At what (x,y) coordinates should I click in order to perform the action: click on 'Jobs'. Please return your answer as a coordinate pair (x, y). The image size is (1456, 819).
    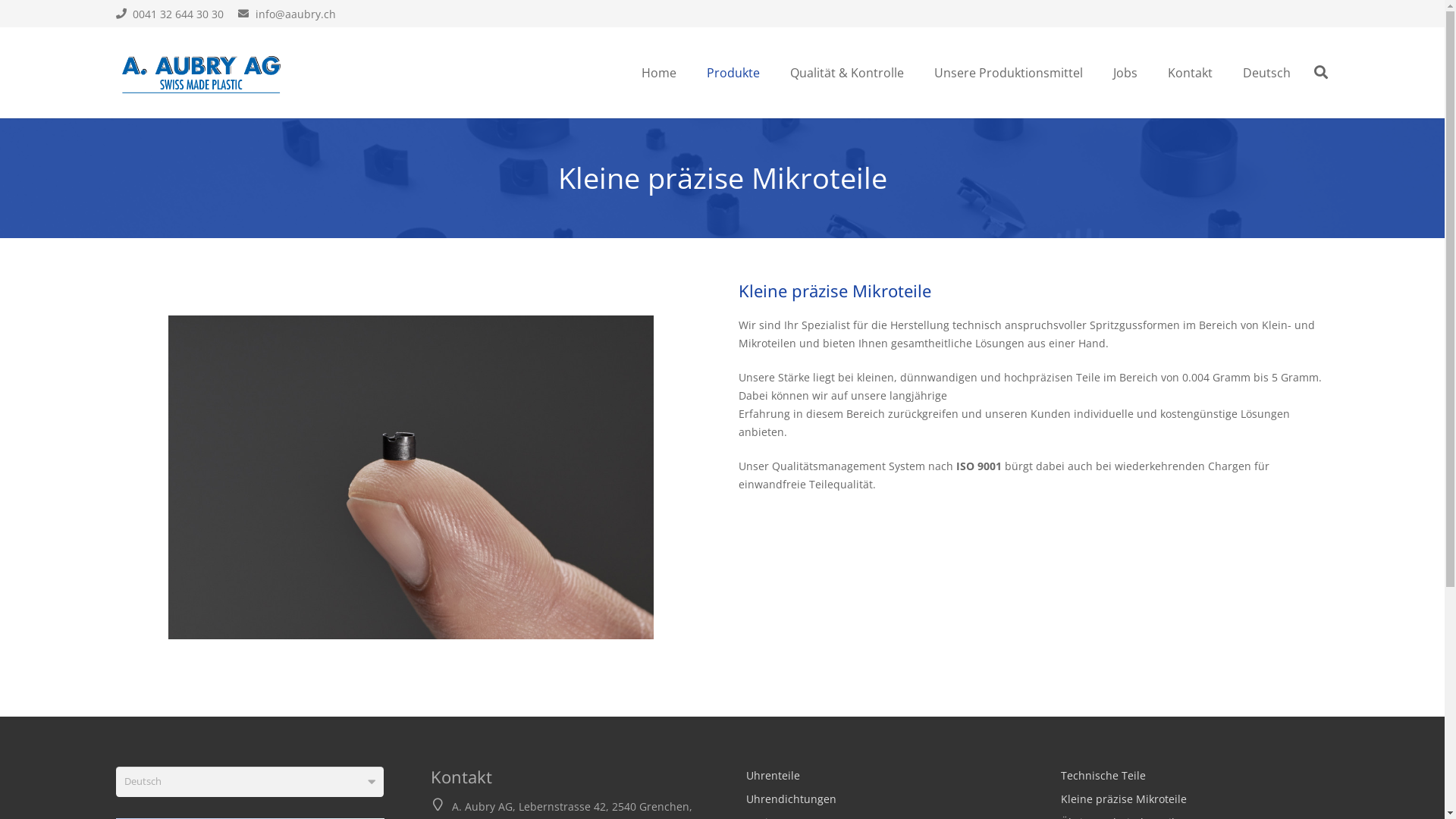
    Looking at the image, I should click on (1098, 73).